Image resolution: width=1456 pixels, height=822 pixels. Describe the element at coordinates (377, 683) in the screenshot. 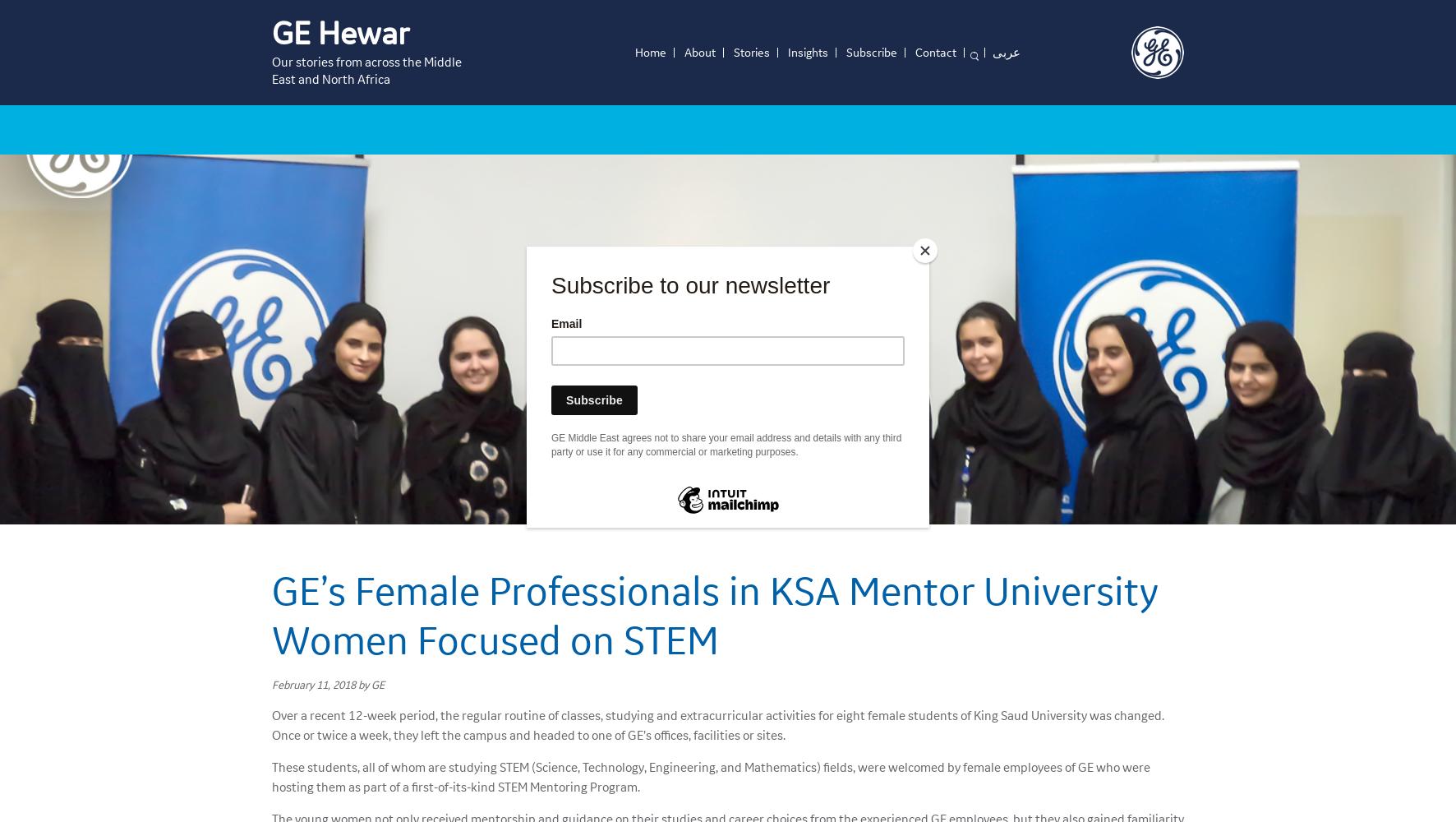

I see `'GE'` at that location.